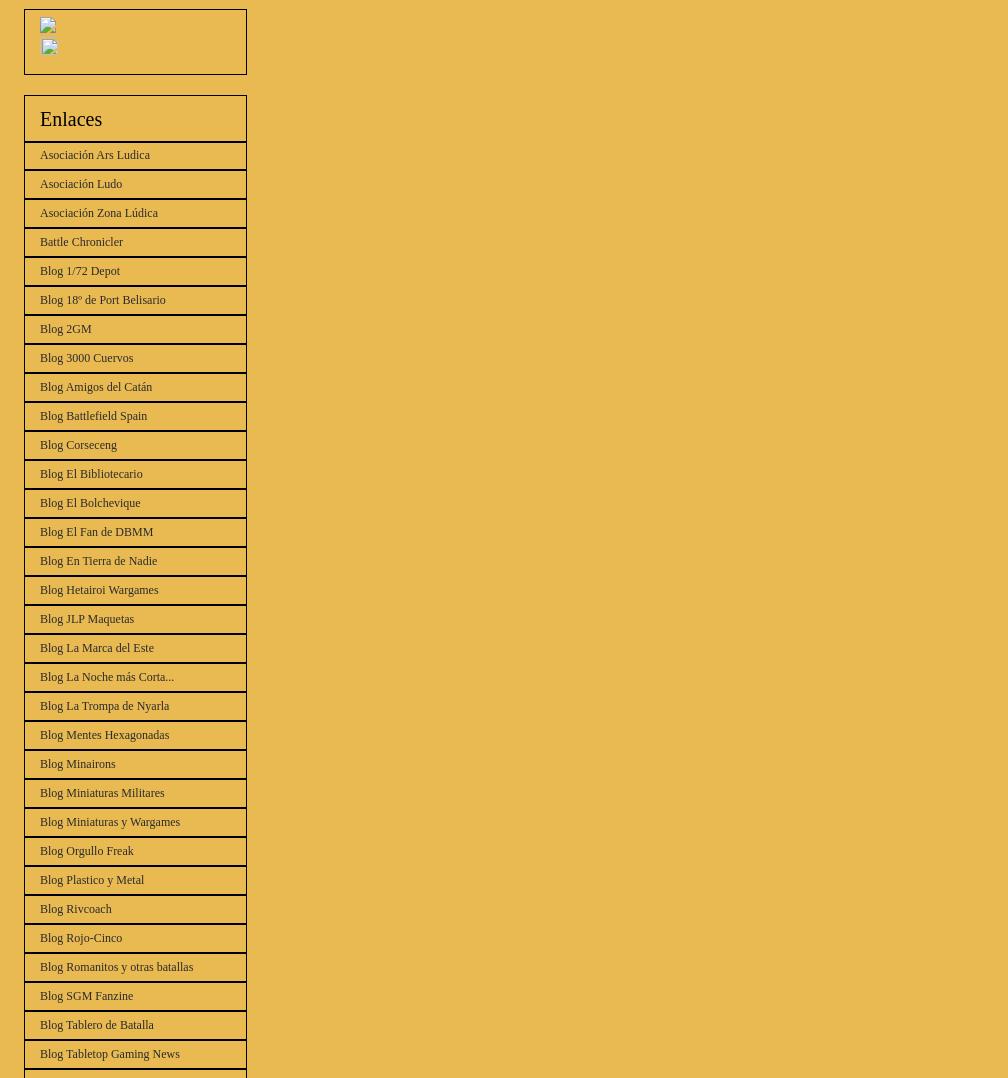 This screenshot has height=1078, width=1008. Describe the element at coordinates (40, 704) in the screenshot. I see `'Blog La Trompa de Nyarla'` at that location.